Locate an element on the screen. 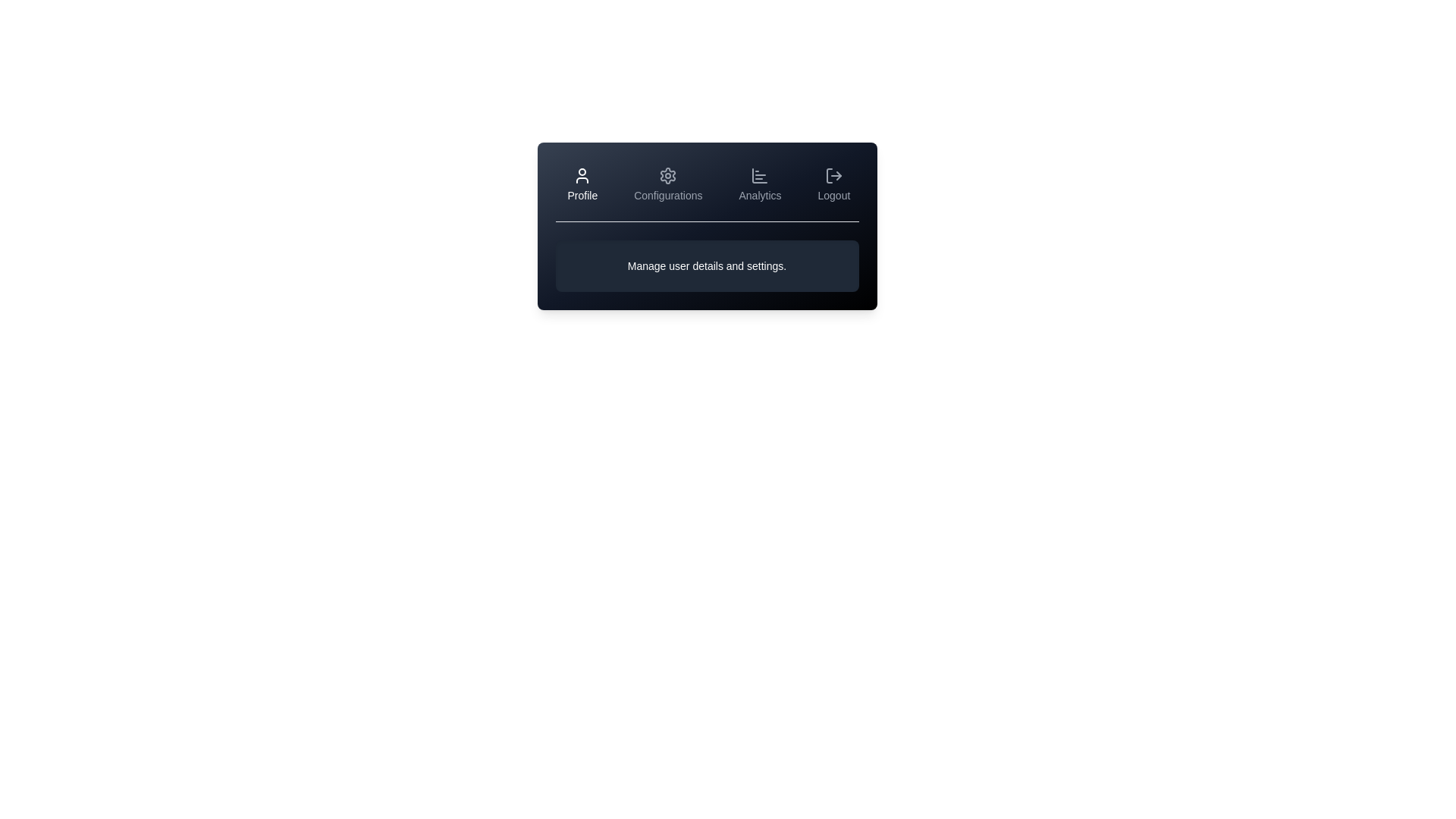 The width and height of the screenshot is (1456, 819). the Logout tab to view its content is located at coordinates (833, 184).